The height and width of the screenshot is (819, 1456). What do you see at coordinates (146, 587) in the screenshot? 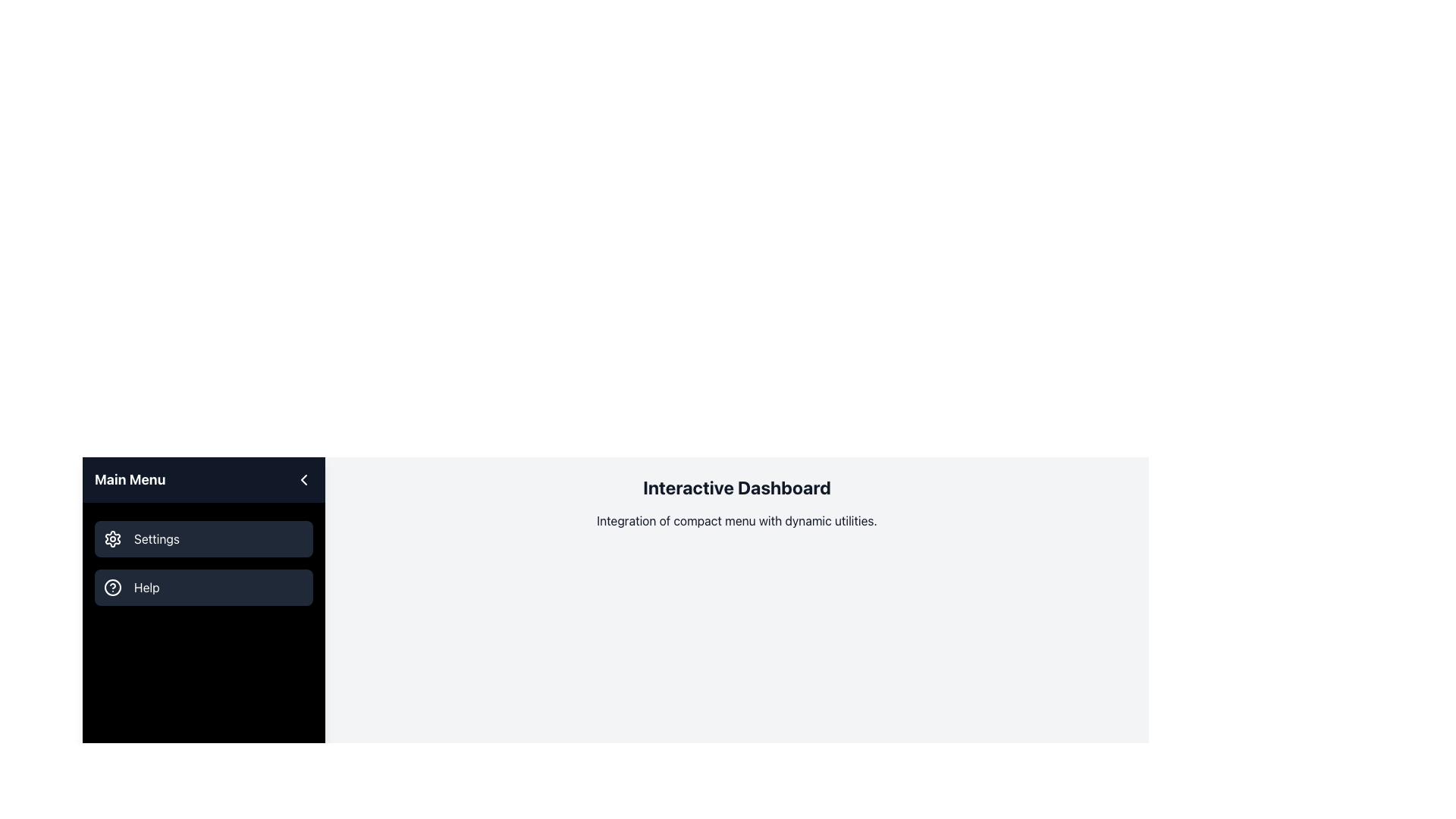
I see `the 'Help' text label located in the second menu item of the 'Main Menu' sidebar, which is positioned to the right of a circular question mark icon` at bounding box center [146, 587].